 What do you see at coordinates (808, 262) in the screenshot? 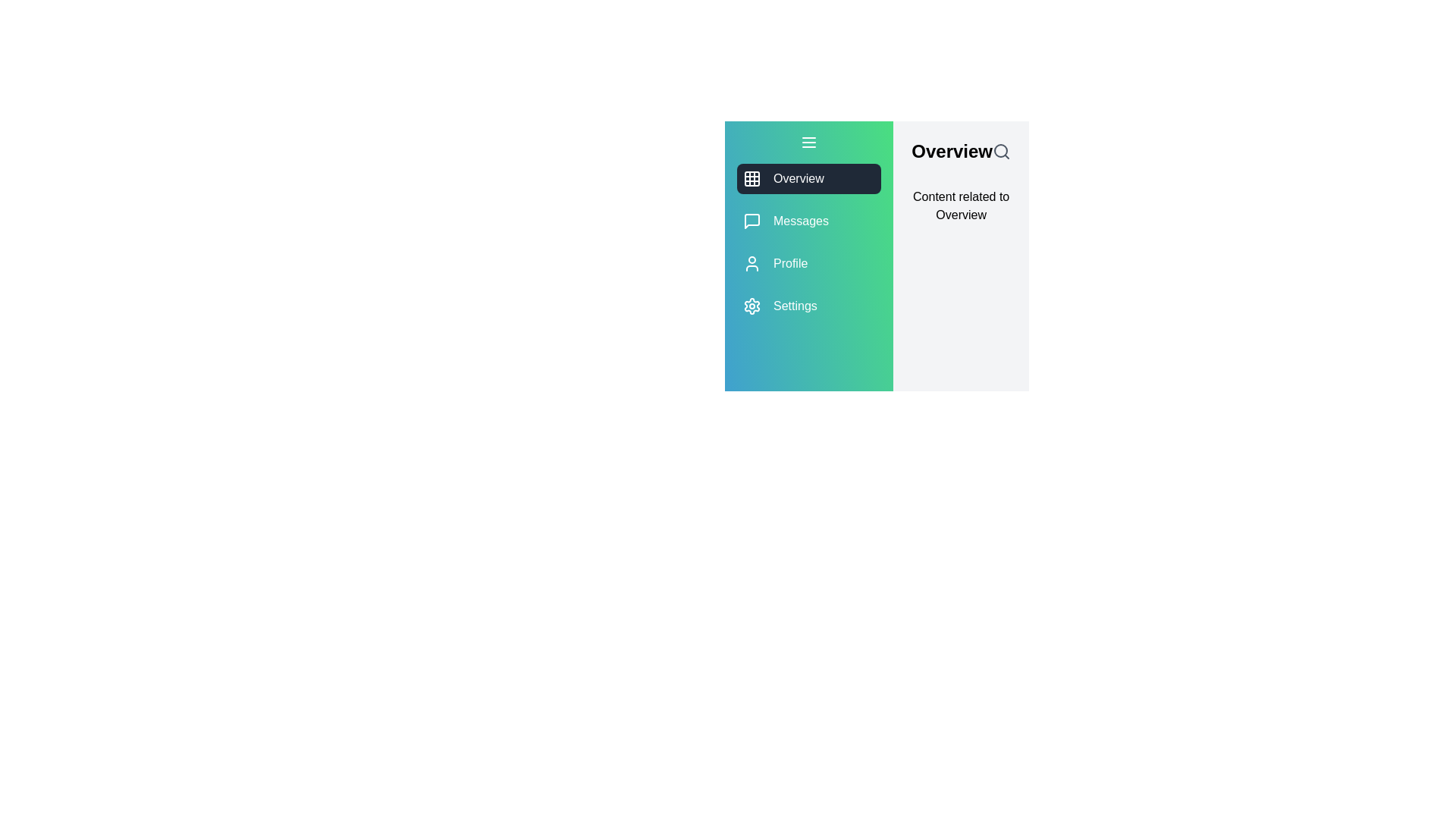
I see `the menu item Profile to view its hover effect` at bounding box center [808, 262].